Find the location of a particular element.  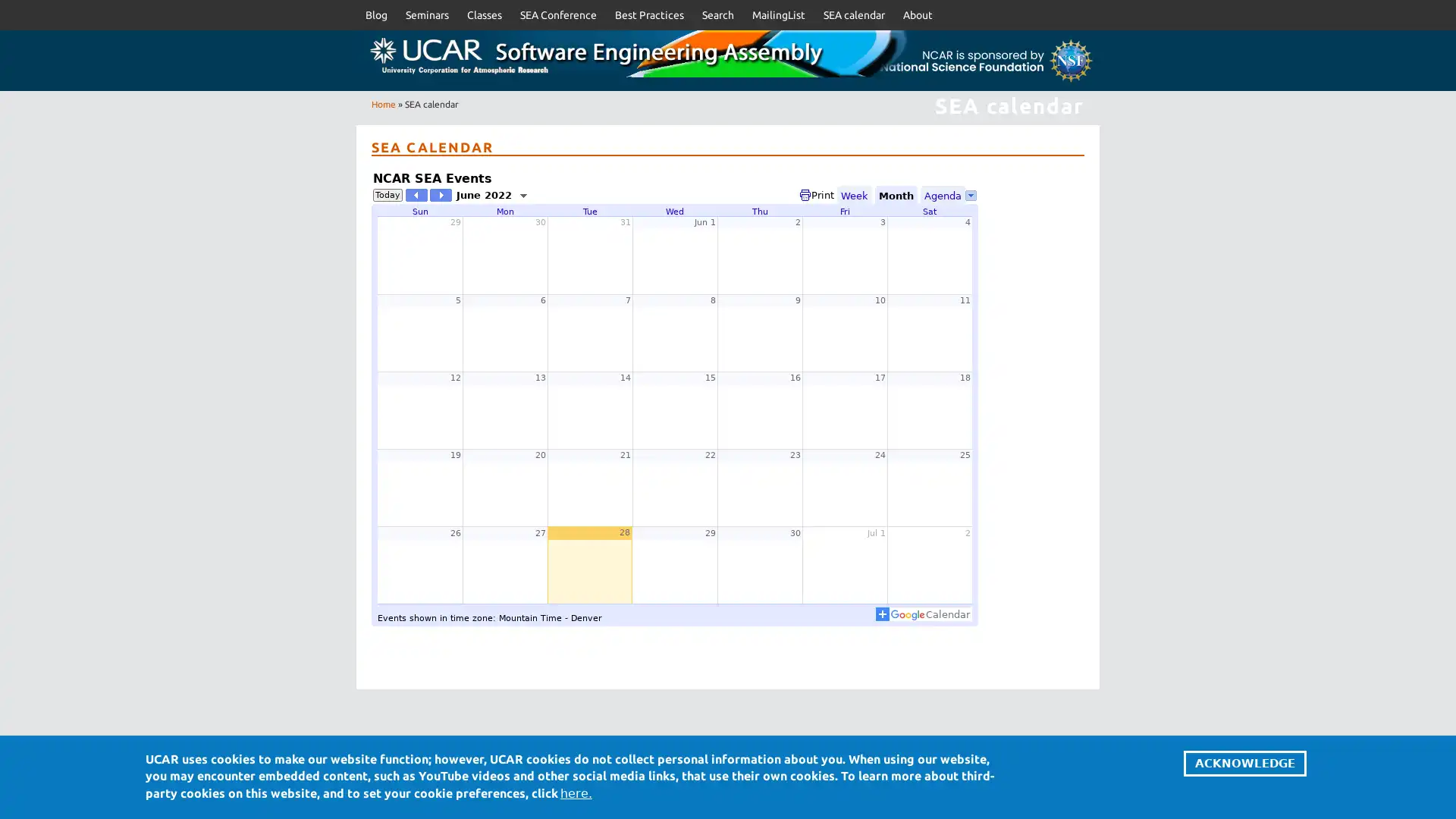

here. is located at coordinates (575, 792).